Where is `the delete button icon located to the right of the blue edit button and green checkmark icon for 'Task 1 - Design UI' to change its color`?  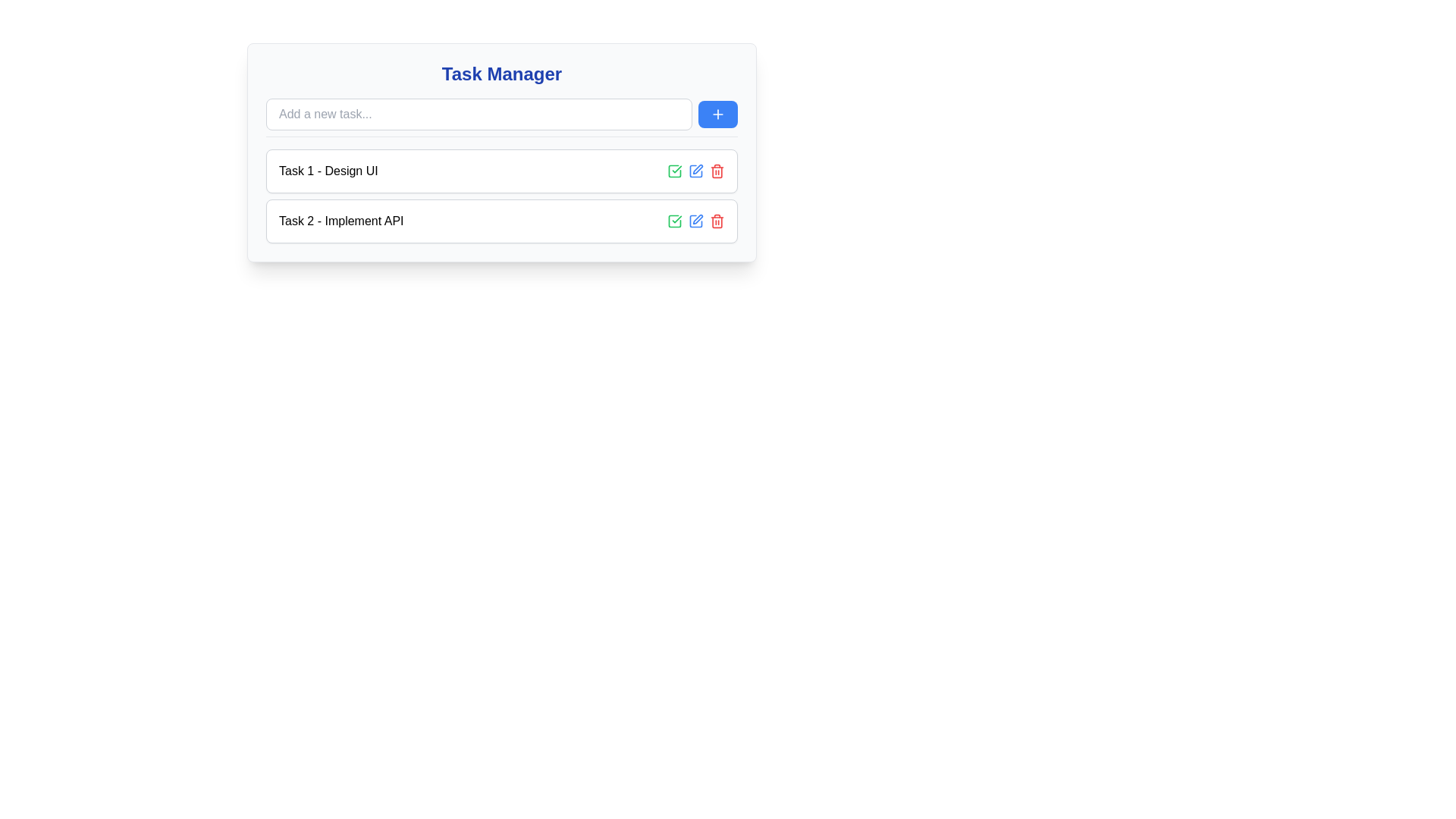 the delete button icon located to the right of the blue edit button and green checkmark icon for 'Task 1 - Design UI' to change its color is located at coordinates (716, 221).